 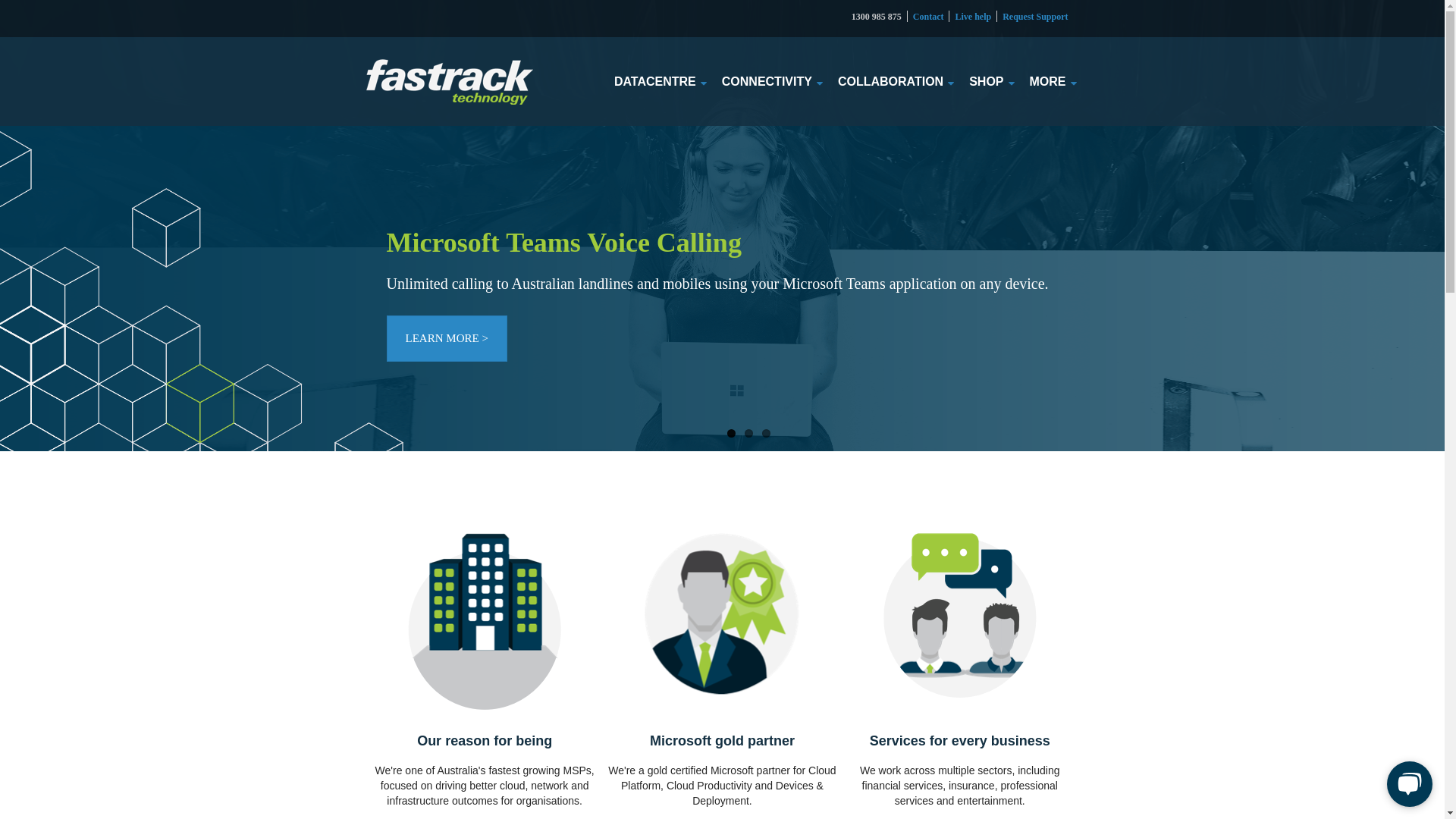 I want to click on 'SHOP', so click(x=986, y=81).